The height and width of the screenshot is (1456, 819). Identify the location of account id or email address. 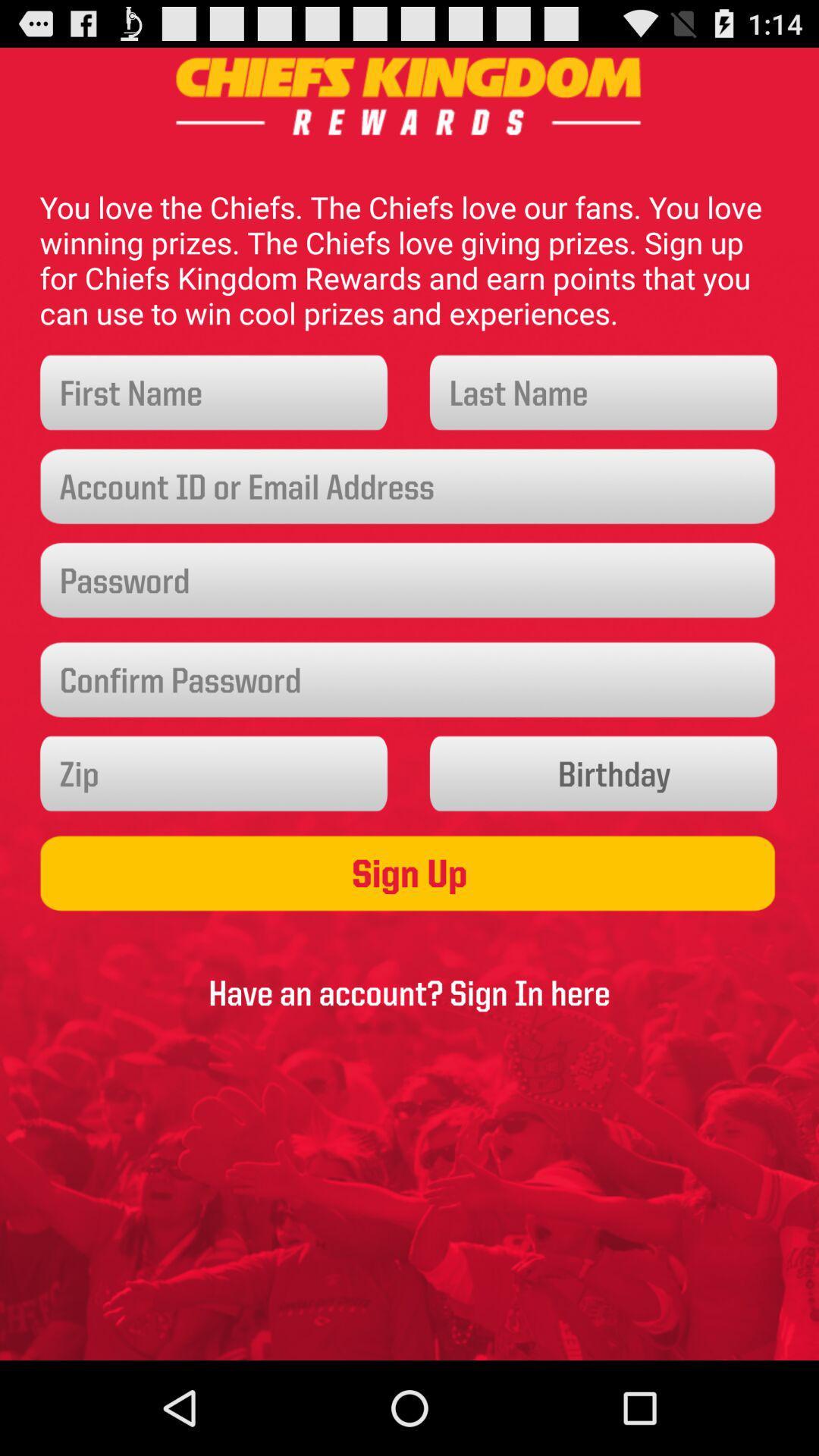
(409, 487).